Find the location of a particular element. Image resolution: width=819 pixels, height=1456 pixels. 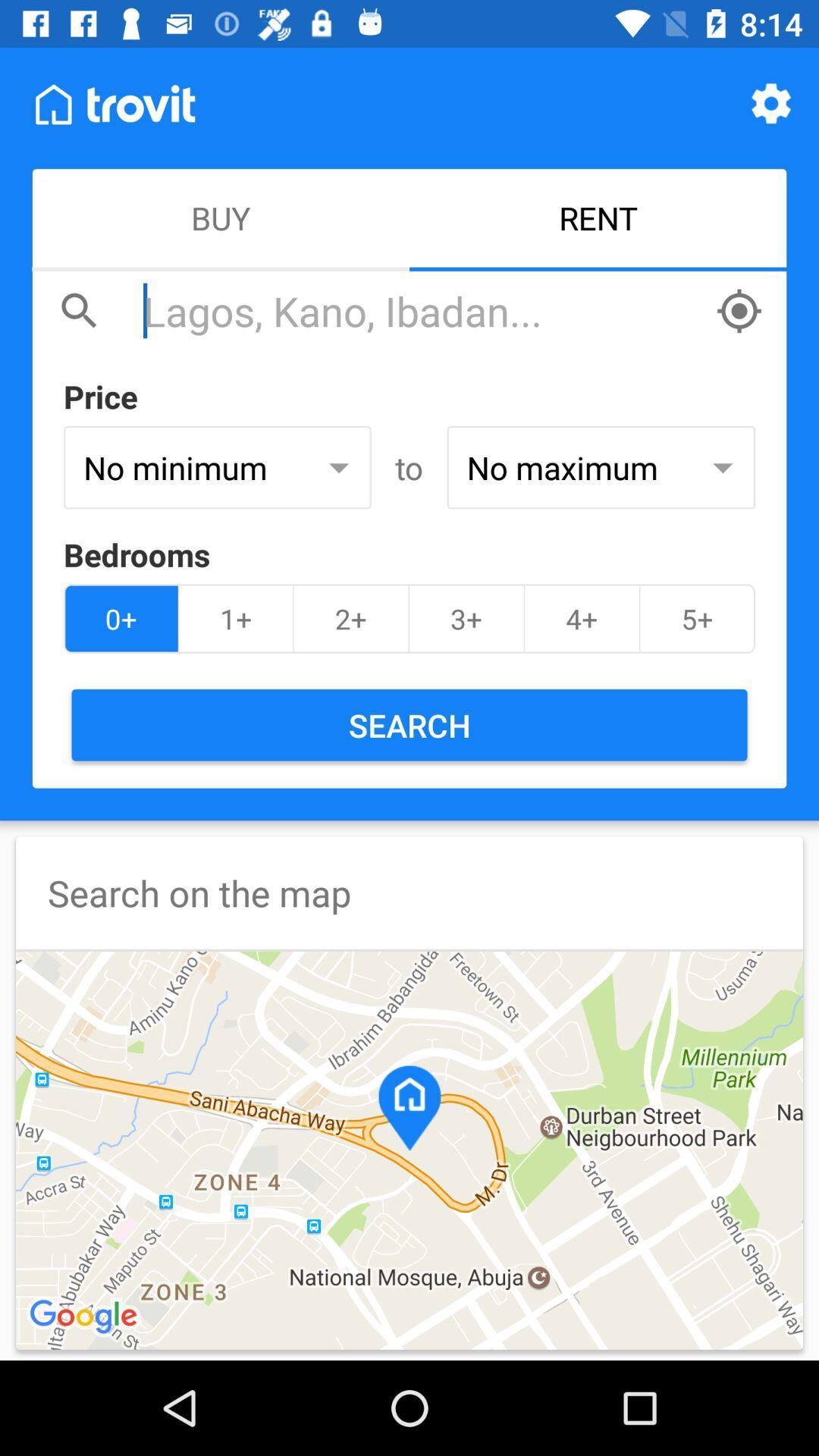

direction is located at coordinates (739, 310).